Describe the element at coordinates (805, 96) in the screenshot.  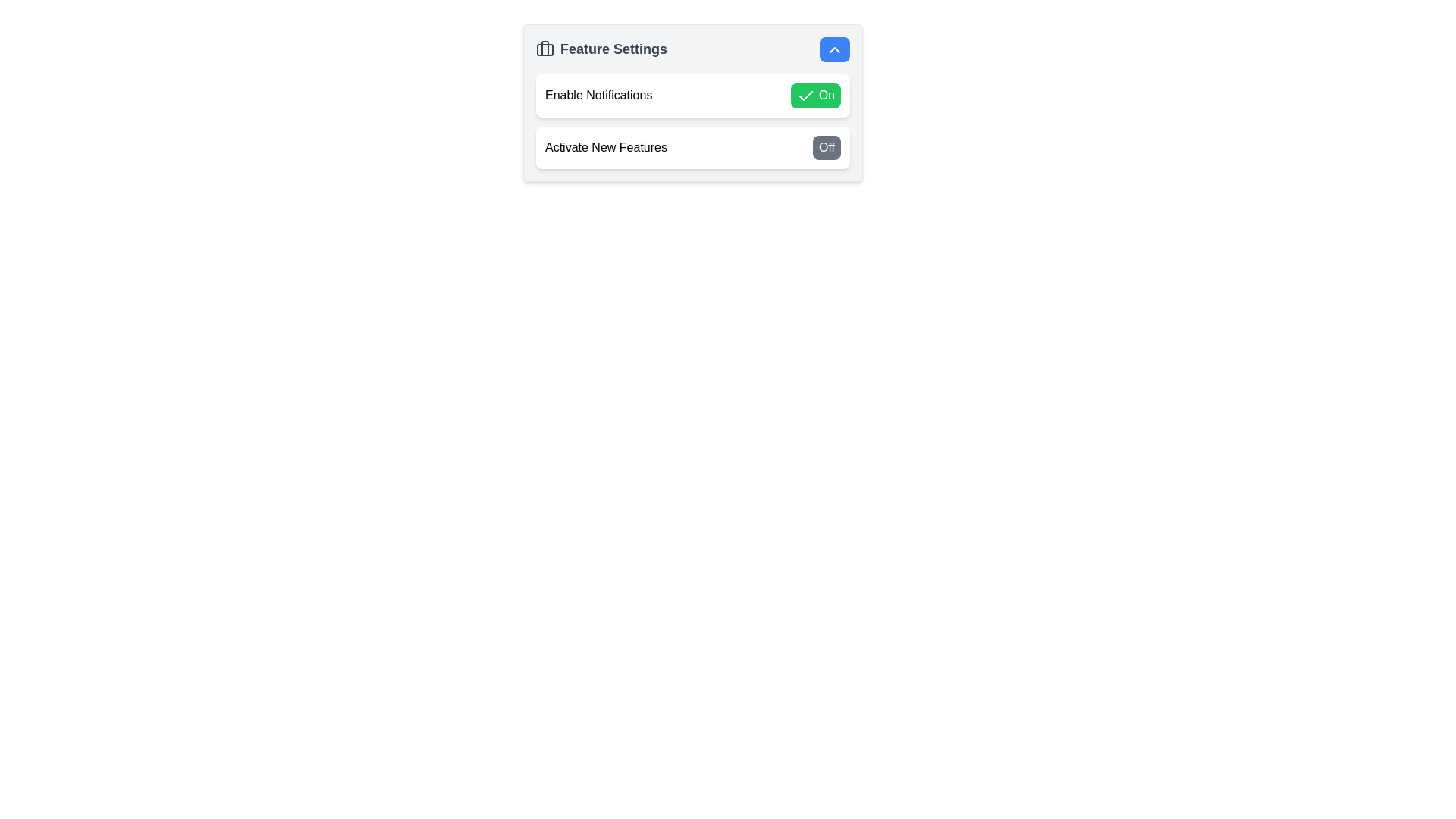
I see `the state of the 'Enable Notifications' toggle control icon, which is embedded in the button labeled 'On' within the green background section of the settings interface` at that location.